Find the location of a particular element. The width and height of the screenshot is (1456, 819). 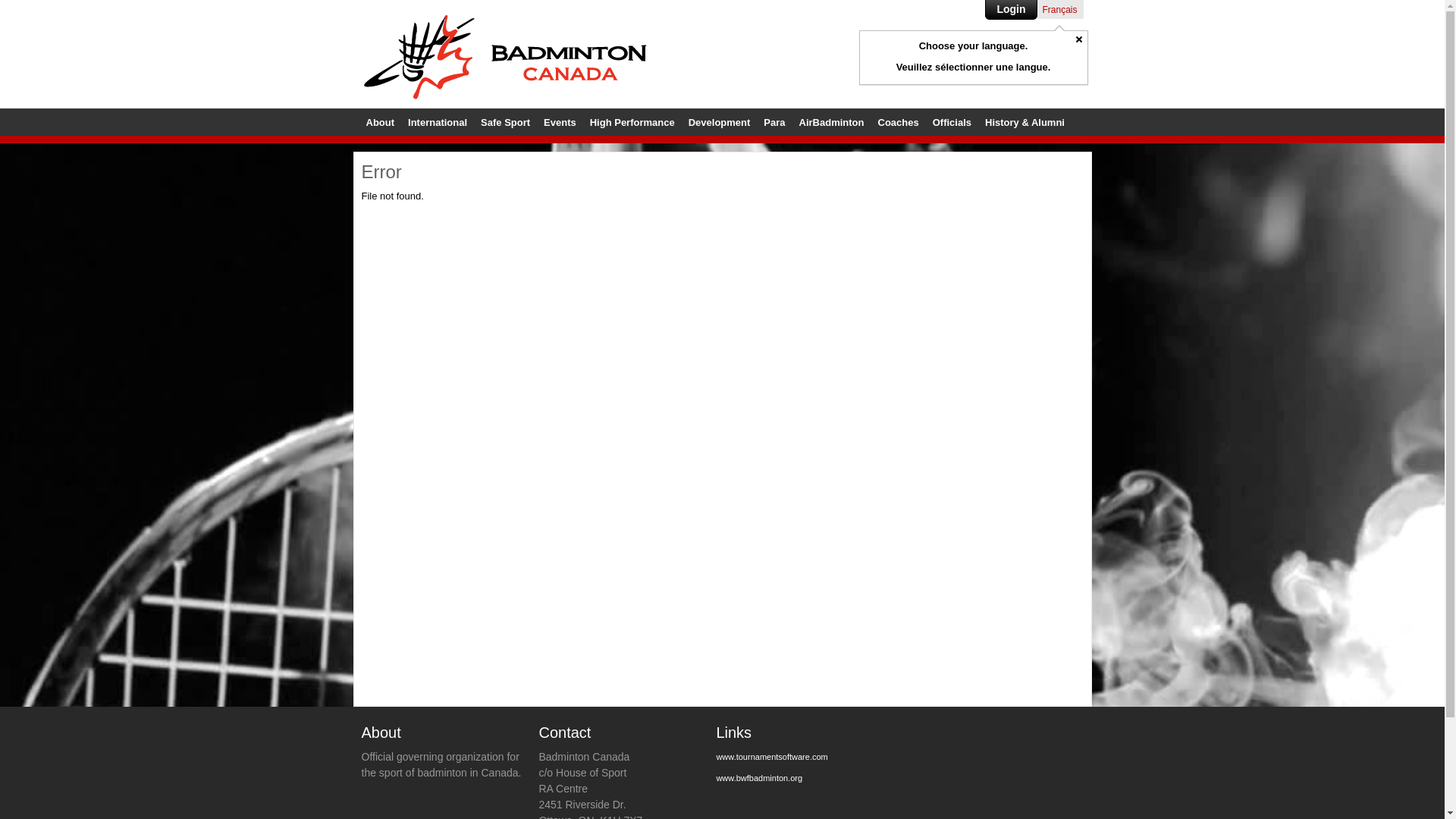

'Officials' is located at coordinates (951, 121).